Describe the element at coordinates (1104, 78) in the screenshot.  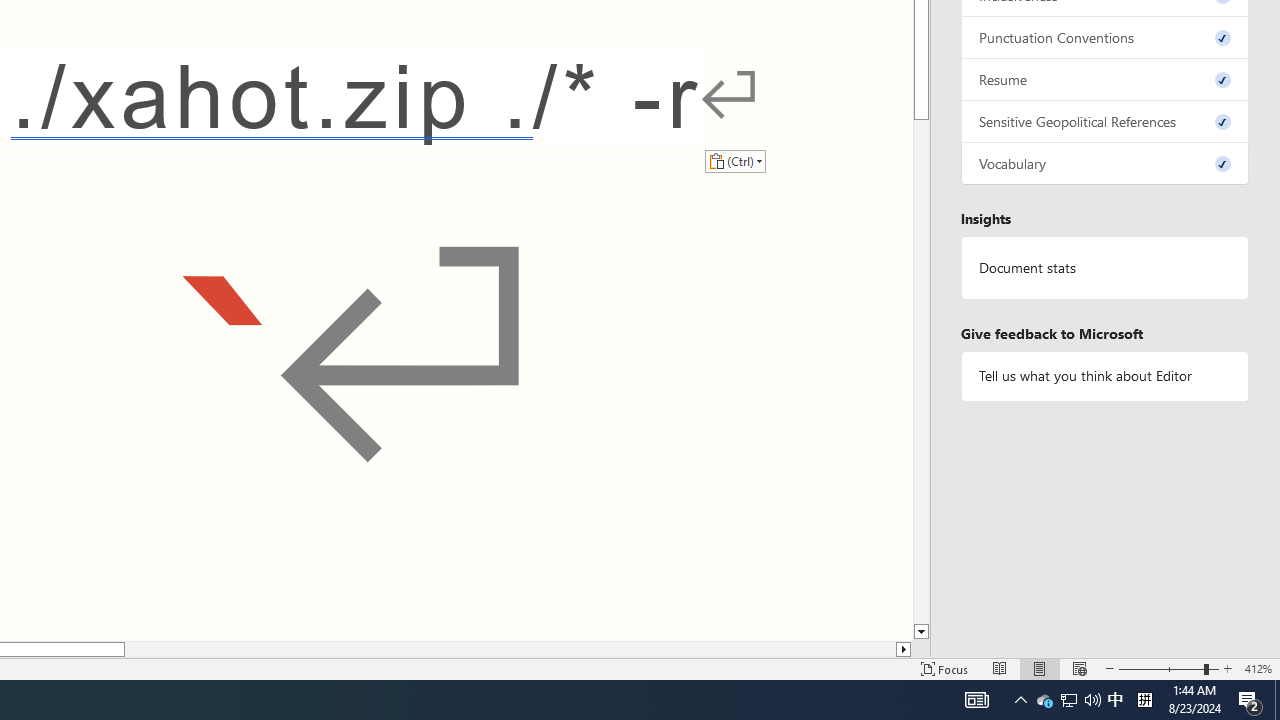
I see `'Resume, 0 issues. Press space or enter to review items.'` at that location.